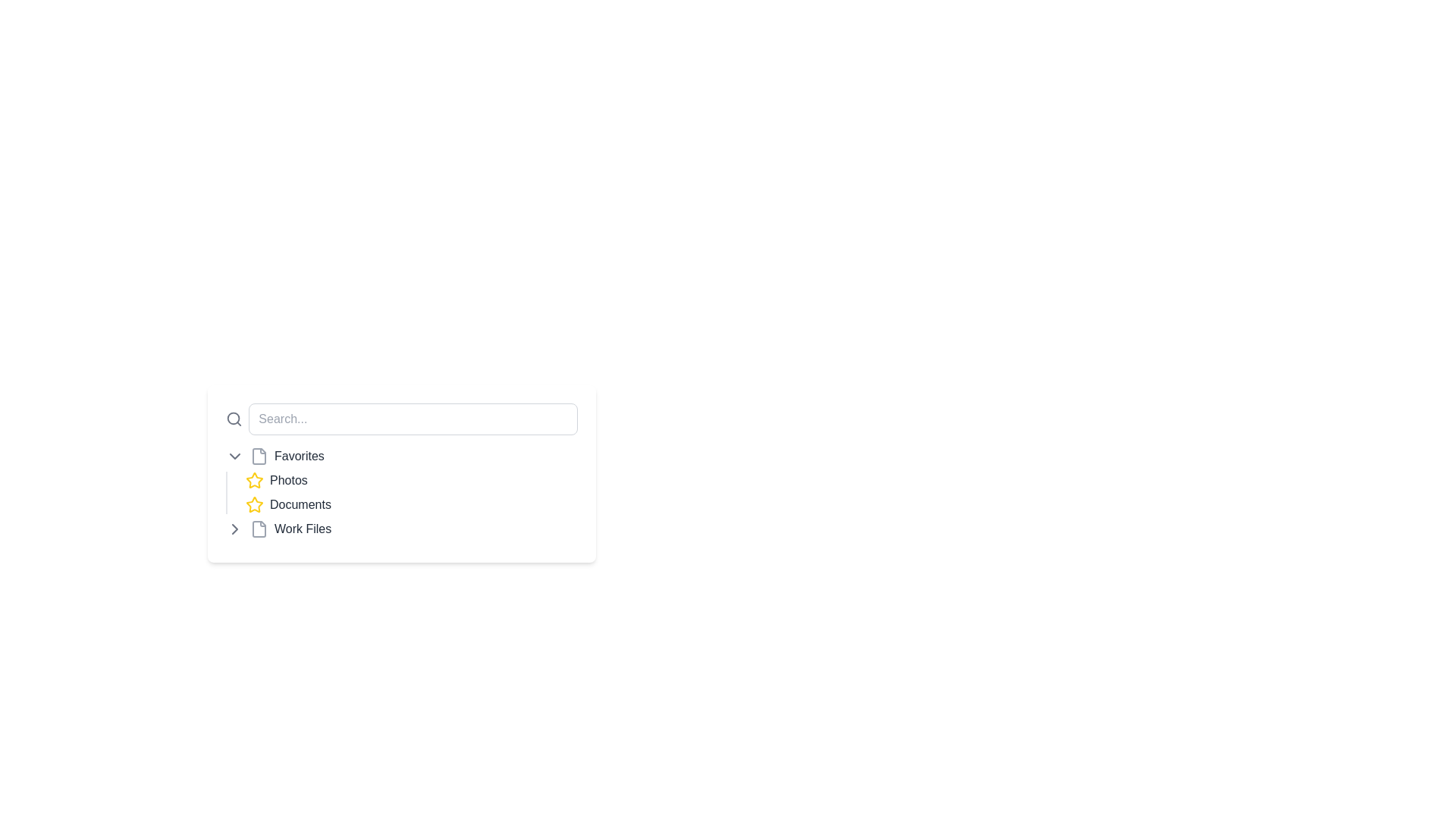 The width and height of the screenshot is (1456, 819). Describe the element at coordinates (259, 455) in the screenshot. I see `the 'Favorites' SVG icon in the file navigation sidebar, which is the top-most icon located just beneath the search bar` at that location.